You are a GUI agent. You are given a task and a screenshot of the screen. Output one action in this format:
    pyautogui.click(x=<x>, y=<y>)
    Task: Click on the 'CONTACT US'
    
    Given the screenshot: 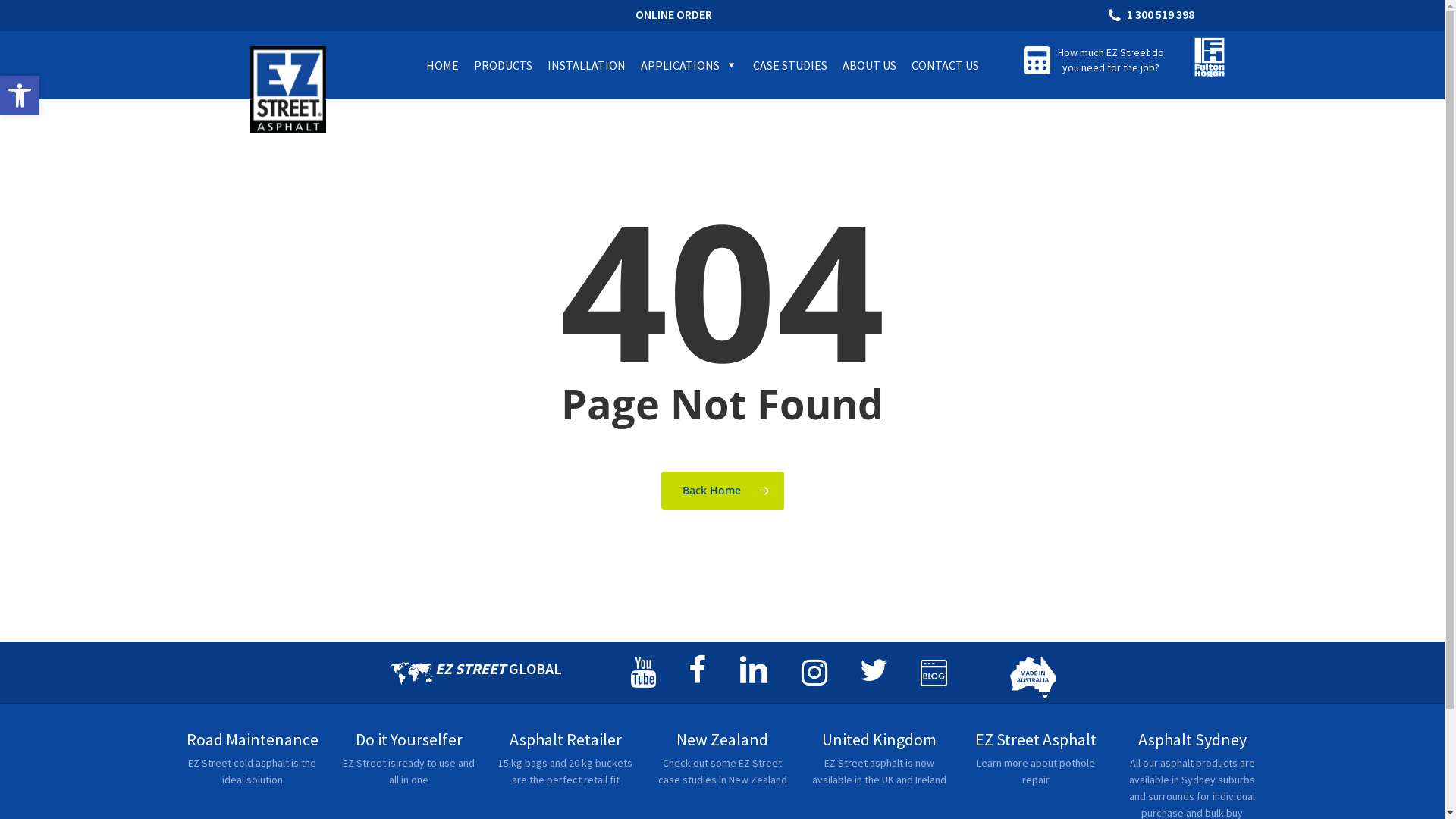 What is the action you would take?
    pyautogui.click(x=944, y=64)
    